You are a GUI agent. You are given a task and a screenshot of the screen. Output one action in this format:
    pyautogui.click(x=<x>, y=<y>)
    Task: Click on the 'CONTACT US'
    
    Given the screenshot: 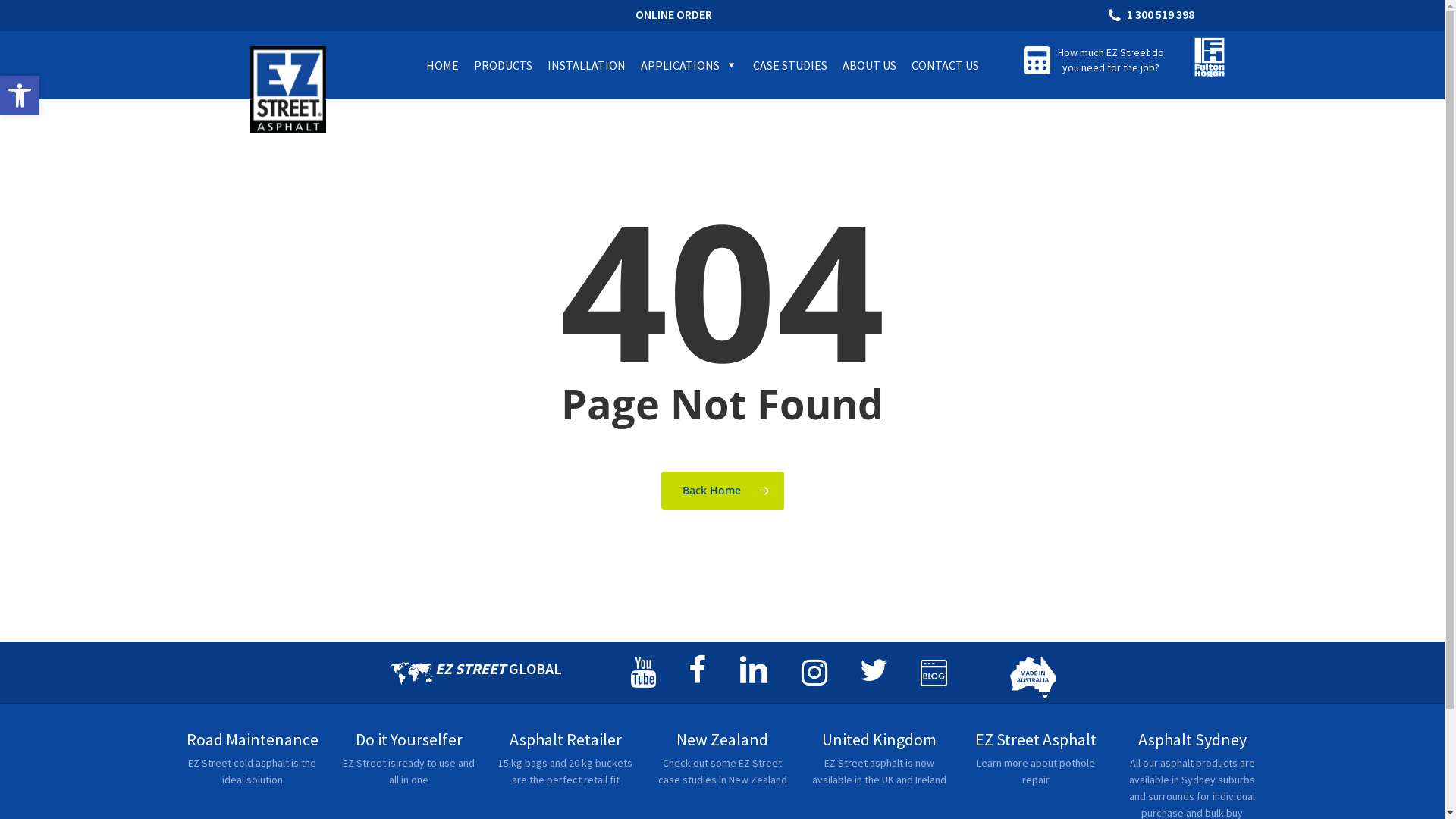 What is the action you would take?
    pyautogui.click(x=944, y=64)
    